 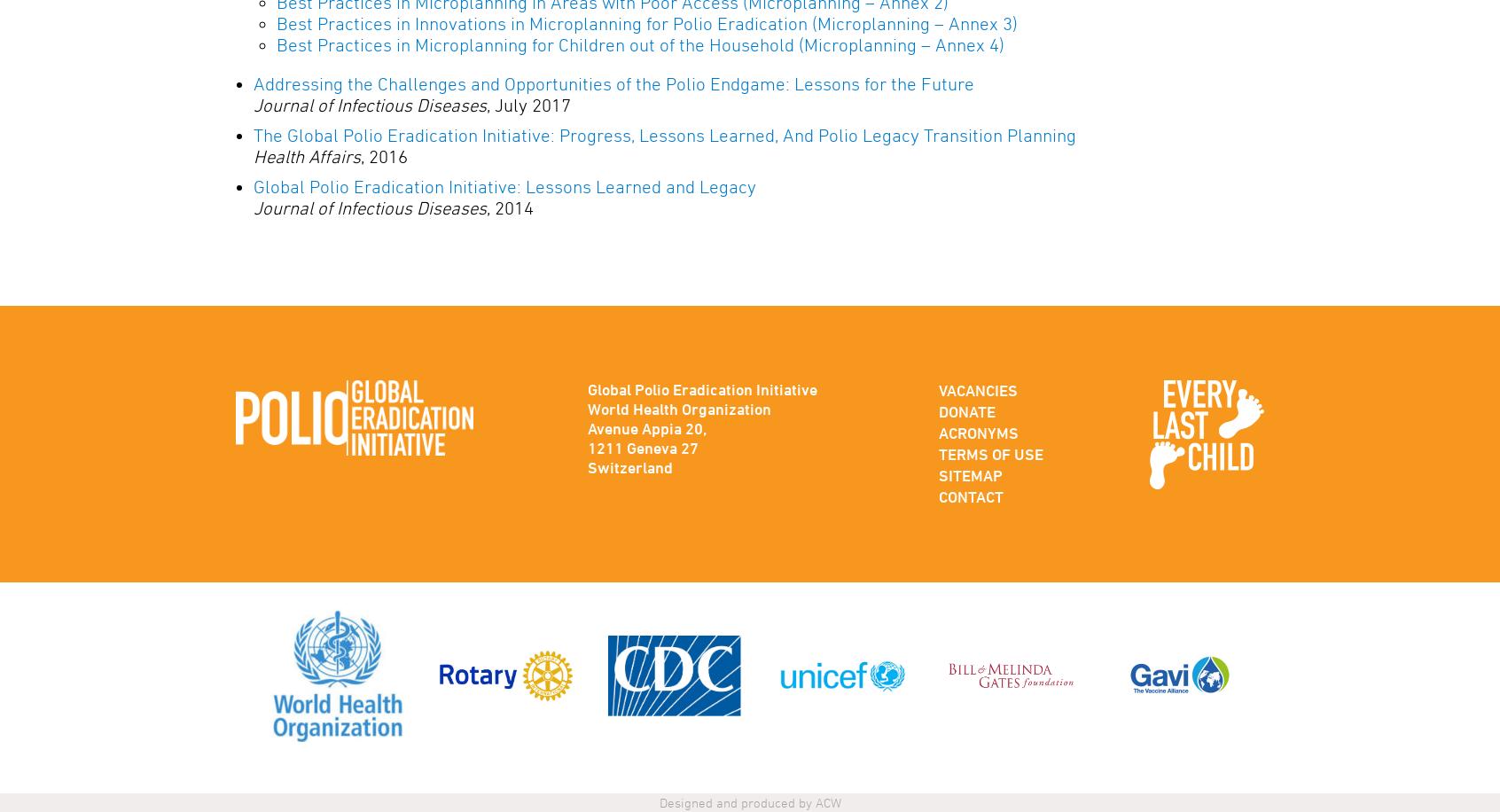 I want to click on 'Addressing the Challenges and Opportunities of the Polio Endgame: Lessons for the Future', so click(x=613, y=82).